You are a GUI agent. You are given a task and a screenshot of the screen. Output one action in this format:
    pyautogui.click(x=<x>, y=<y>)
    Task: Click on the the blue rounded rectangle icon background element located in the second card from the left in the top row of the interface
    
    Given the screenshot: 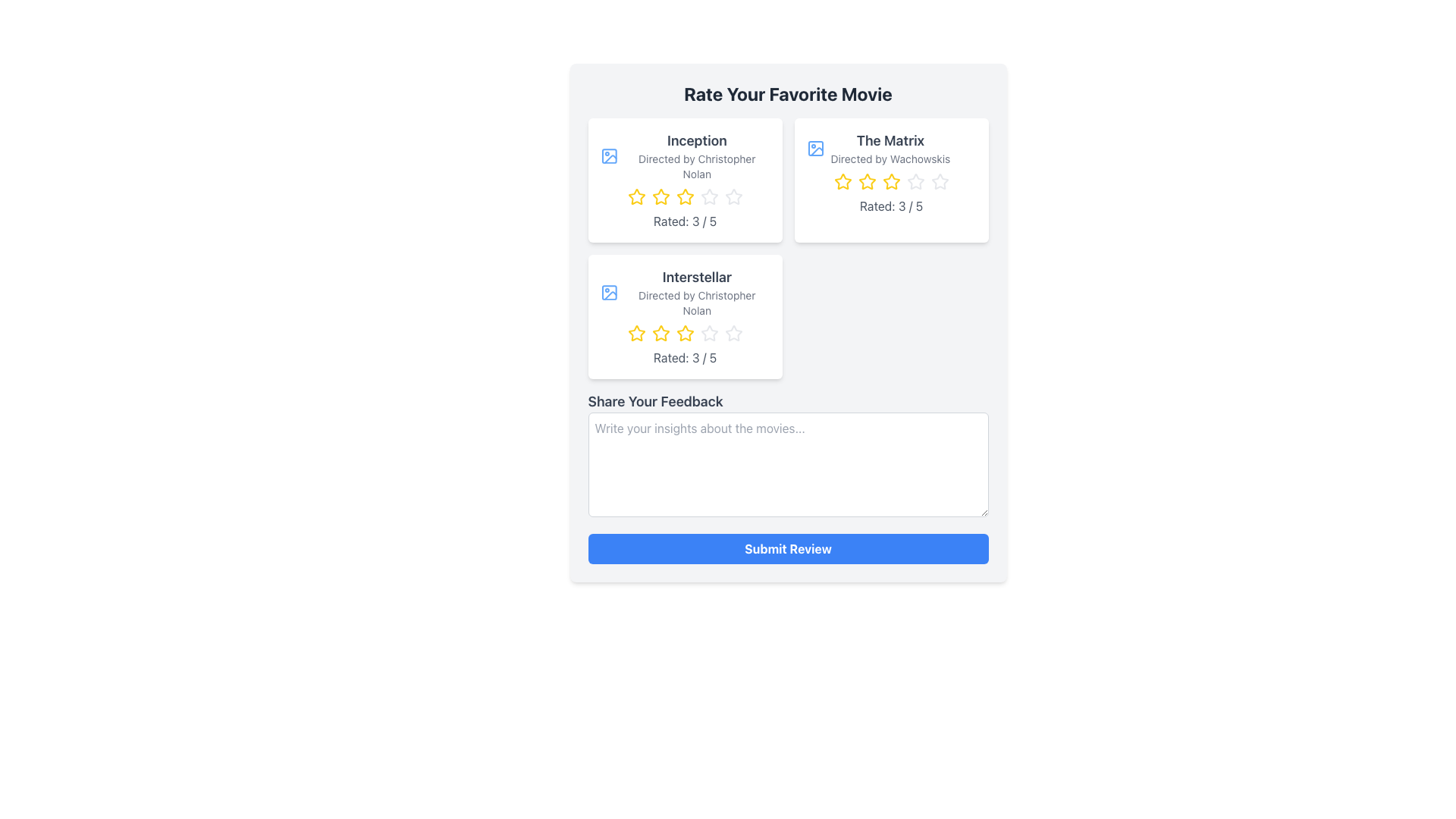 What is the action you would take?
    pyautogui.click(x=814, y=149)
    